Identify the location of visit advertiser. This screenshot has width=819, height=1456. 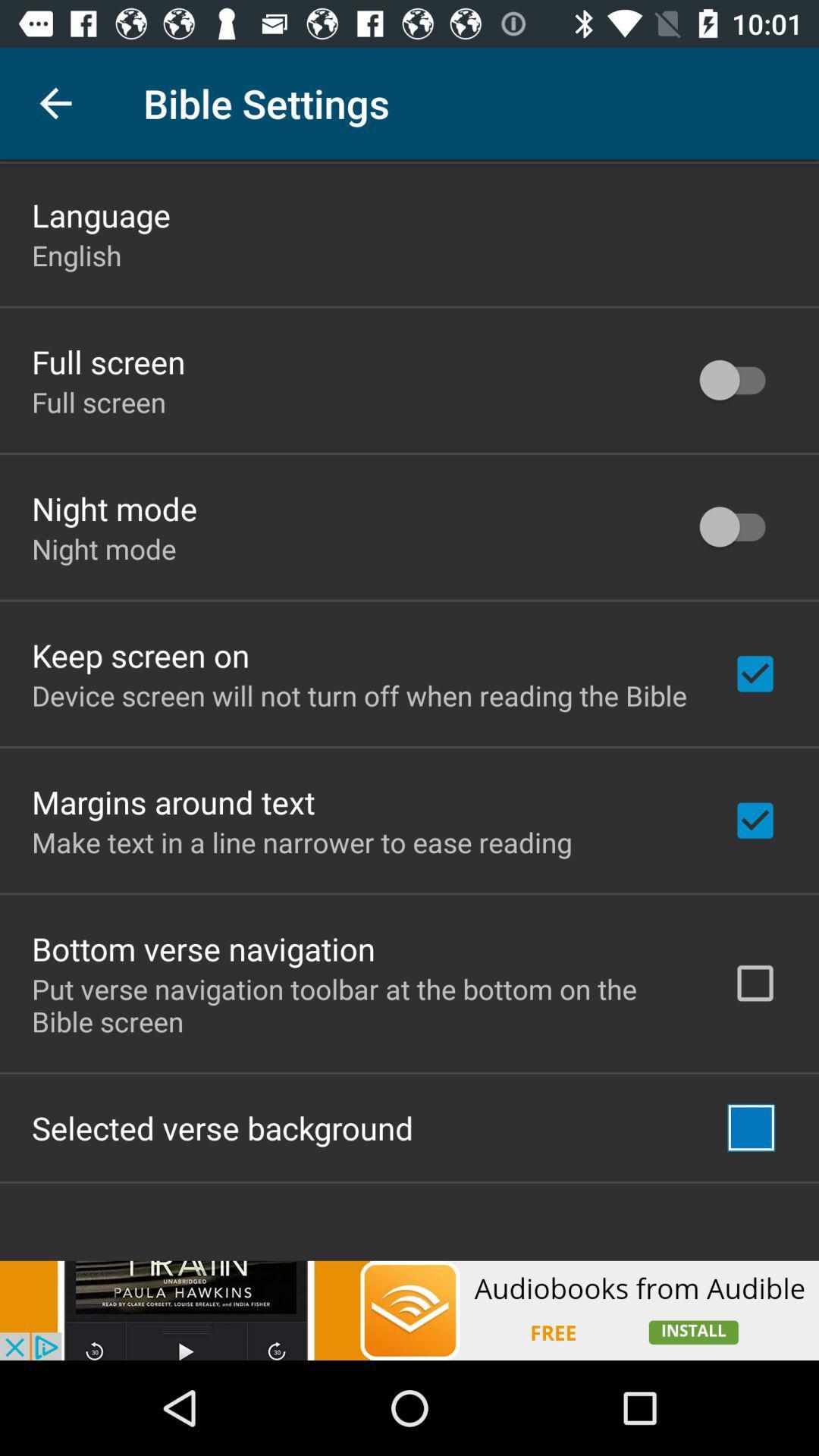
(409, 1310).